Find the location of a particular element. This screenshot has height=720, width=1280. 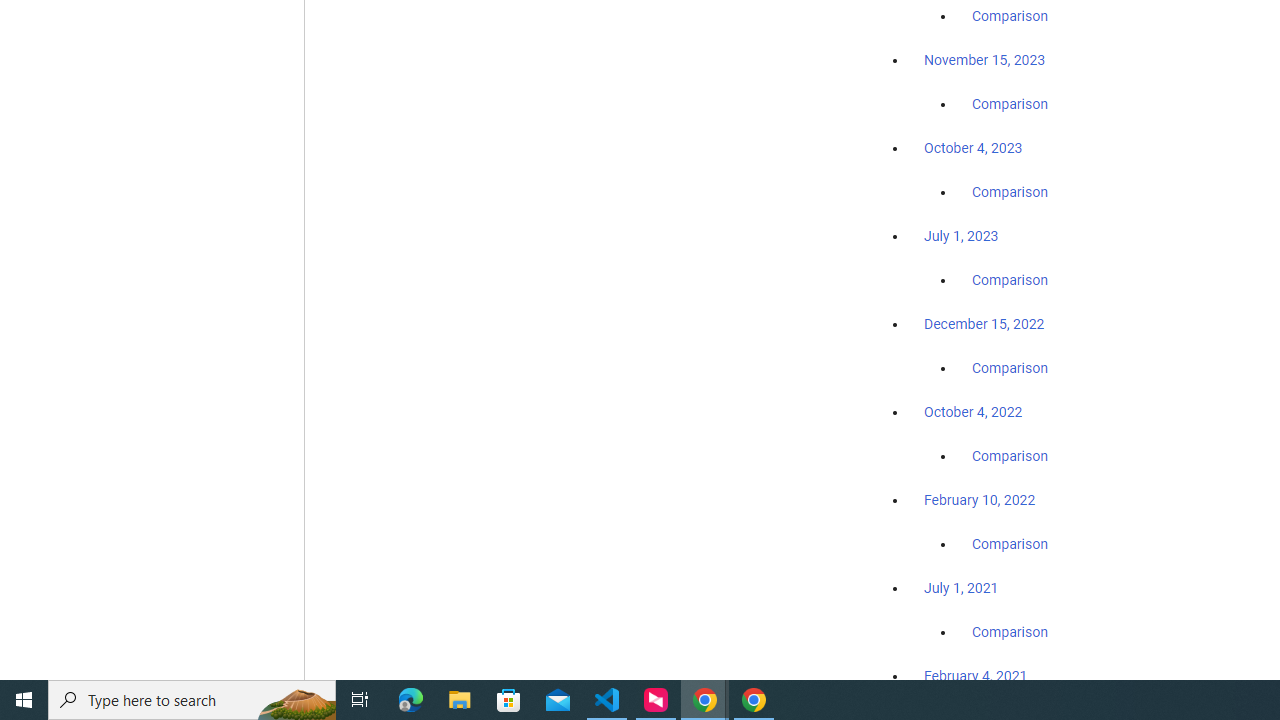

'October 4, 2023' is located at coordinates (973, 147).